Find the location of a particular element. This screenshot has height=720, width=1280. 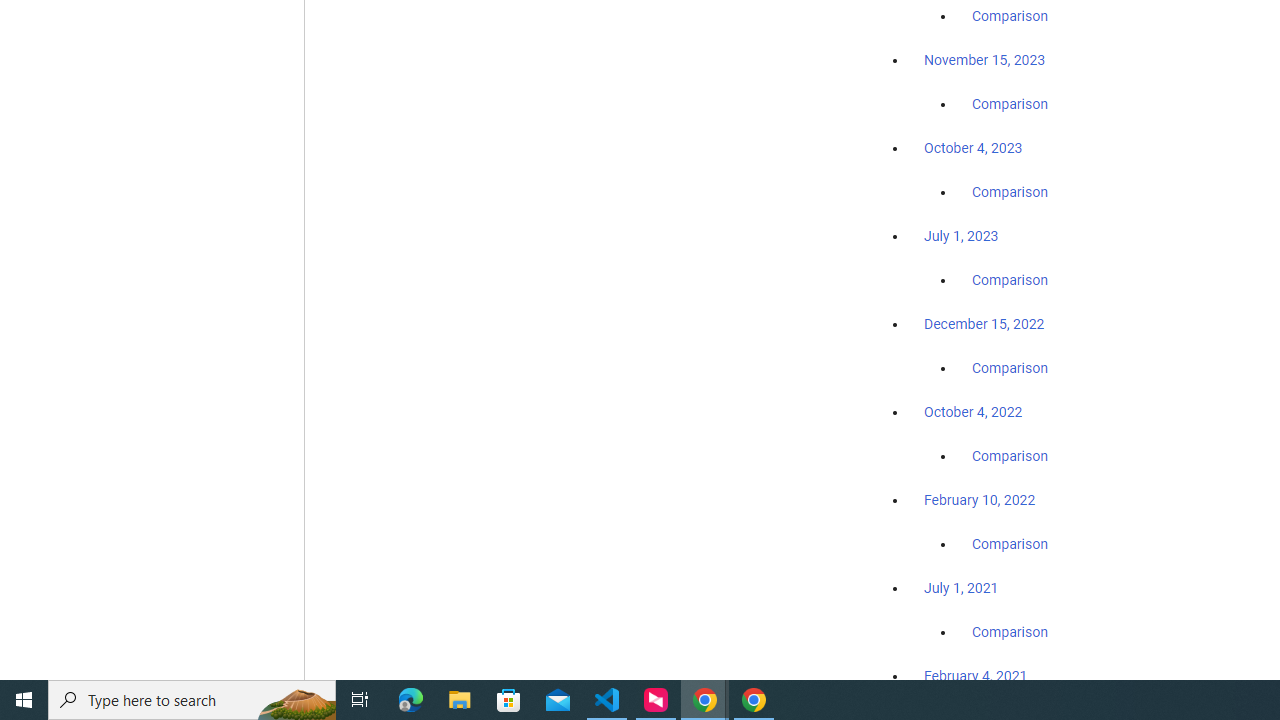

'October 4, 2023' is located at coordinates (973, 147).